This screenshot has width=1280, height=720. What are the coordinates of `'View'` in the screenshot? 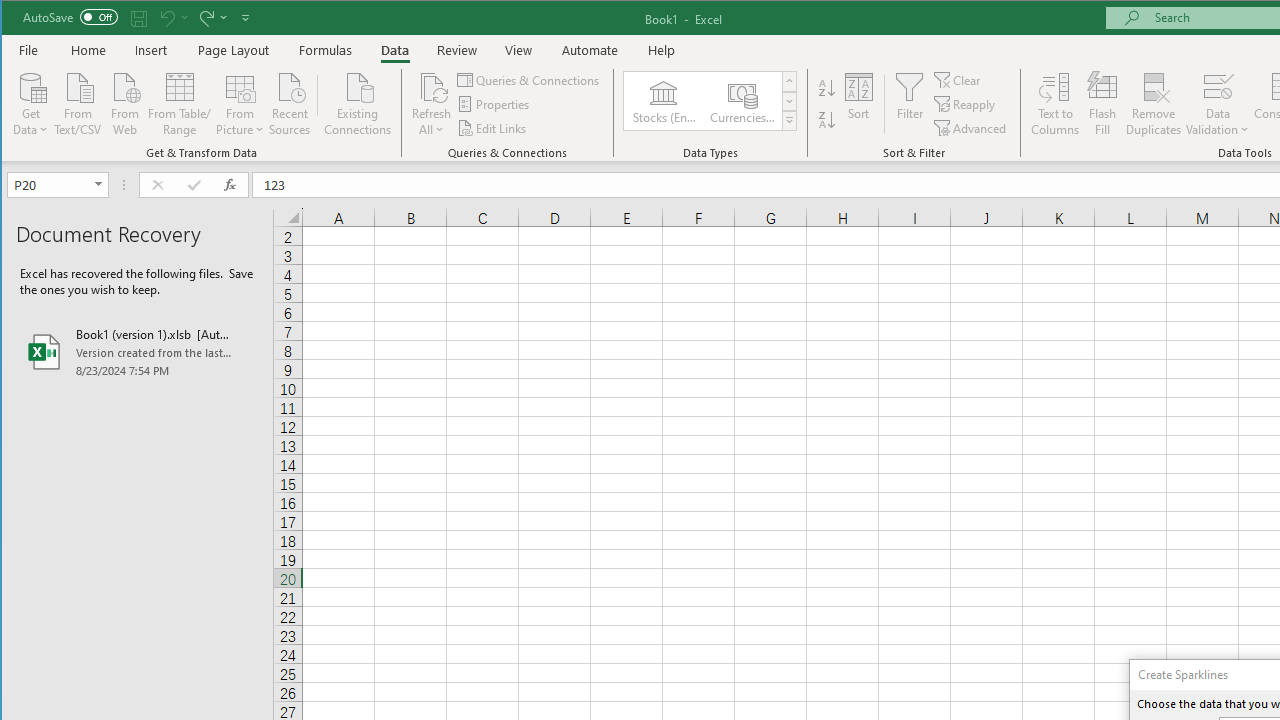 It's located at (519, 49).